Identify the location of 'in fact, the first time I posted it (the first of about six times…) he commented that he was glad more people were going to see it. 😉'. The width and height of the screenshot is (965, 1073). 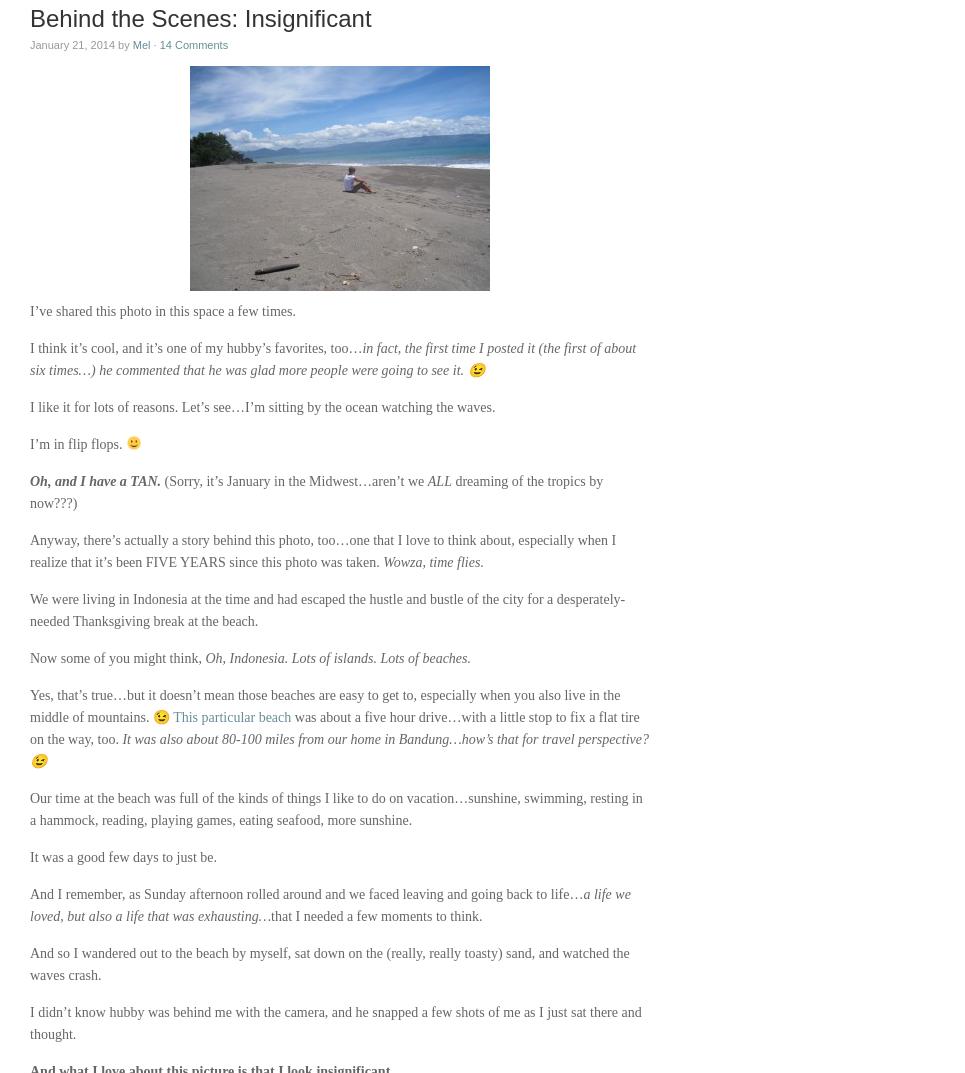
(29, 358).